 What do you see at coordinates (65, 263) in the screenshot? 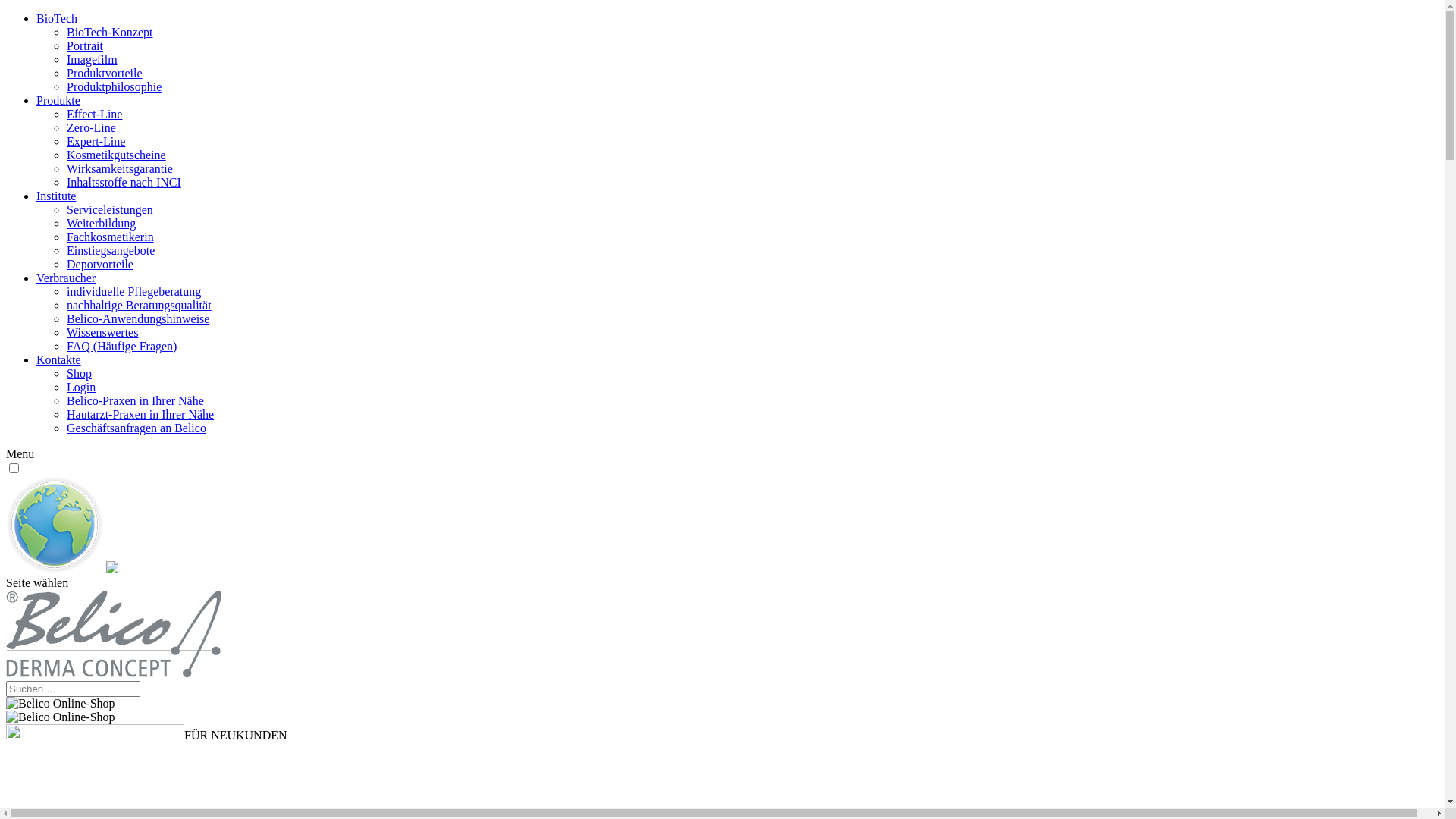
I see `'Depotvorteile'` at bounding box center [65, 263].